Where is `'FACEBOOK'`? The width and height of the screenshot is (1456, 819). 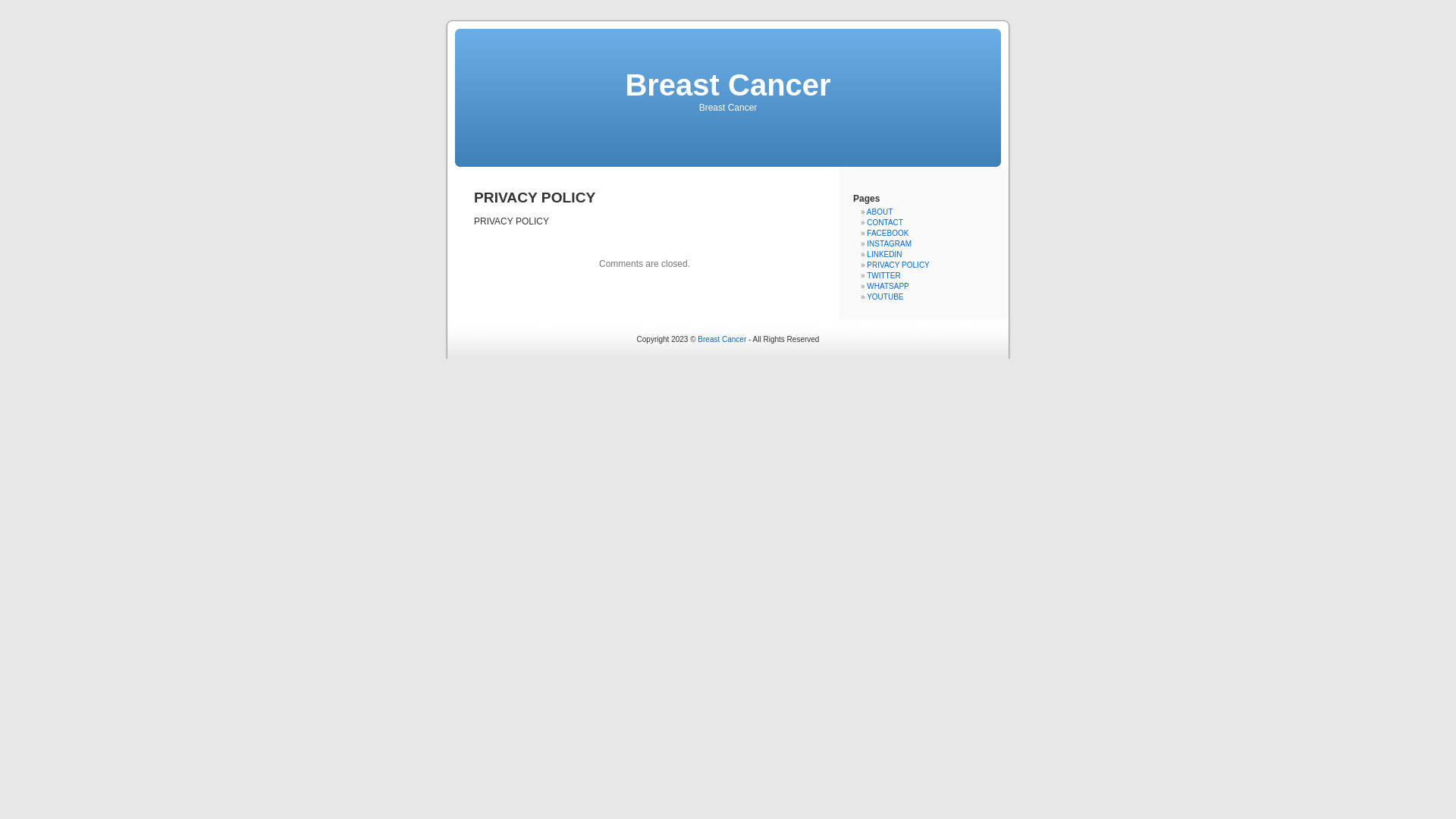
'FACEBOOK' is located at coordinates (887, 233).